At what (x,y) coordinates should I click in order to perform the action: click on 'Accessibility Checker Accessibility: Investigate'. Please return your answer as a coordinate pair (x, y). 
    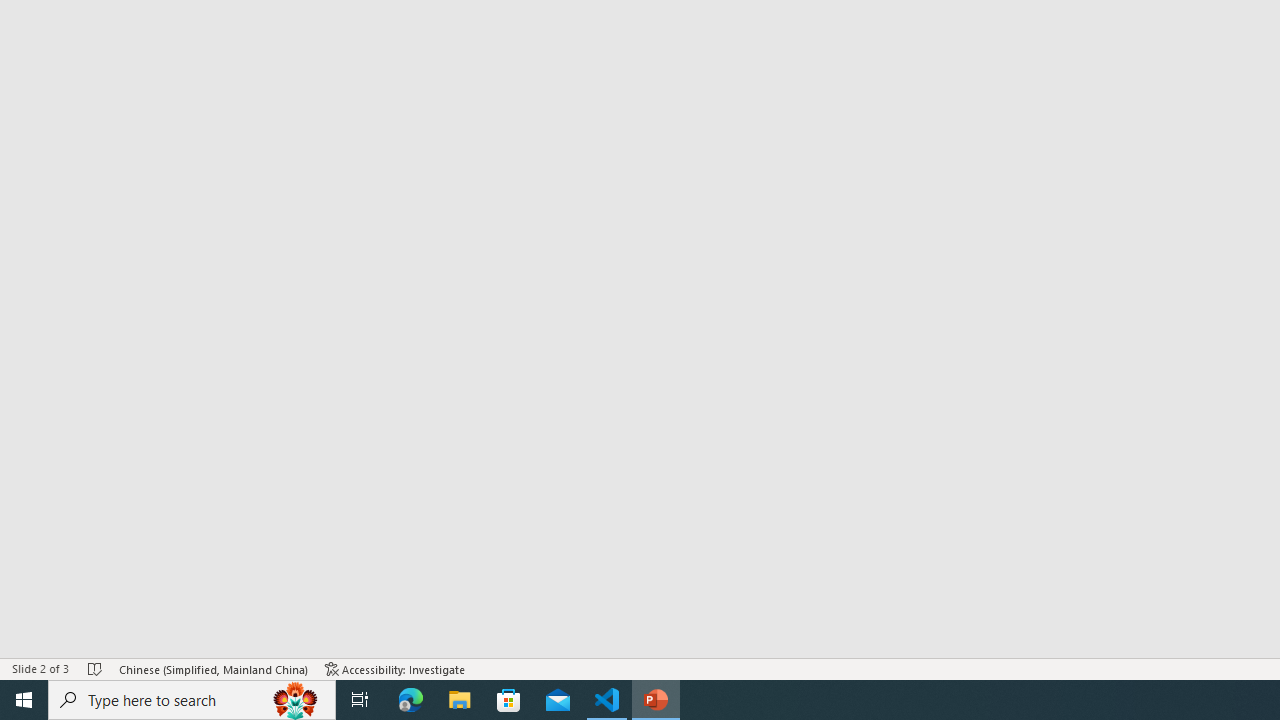
    Looking at the image, I should click on (395, 669).